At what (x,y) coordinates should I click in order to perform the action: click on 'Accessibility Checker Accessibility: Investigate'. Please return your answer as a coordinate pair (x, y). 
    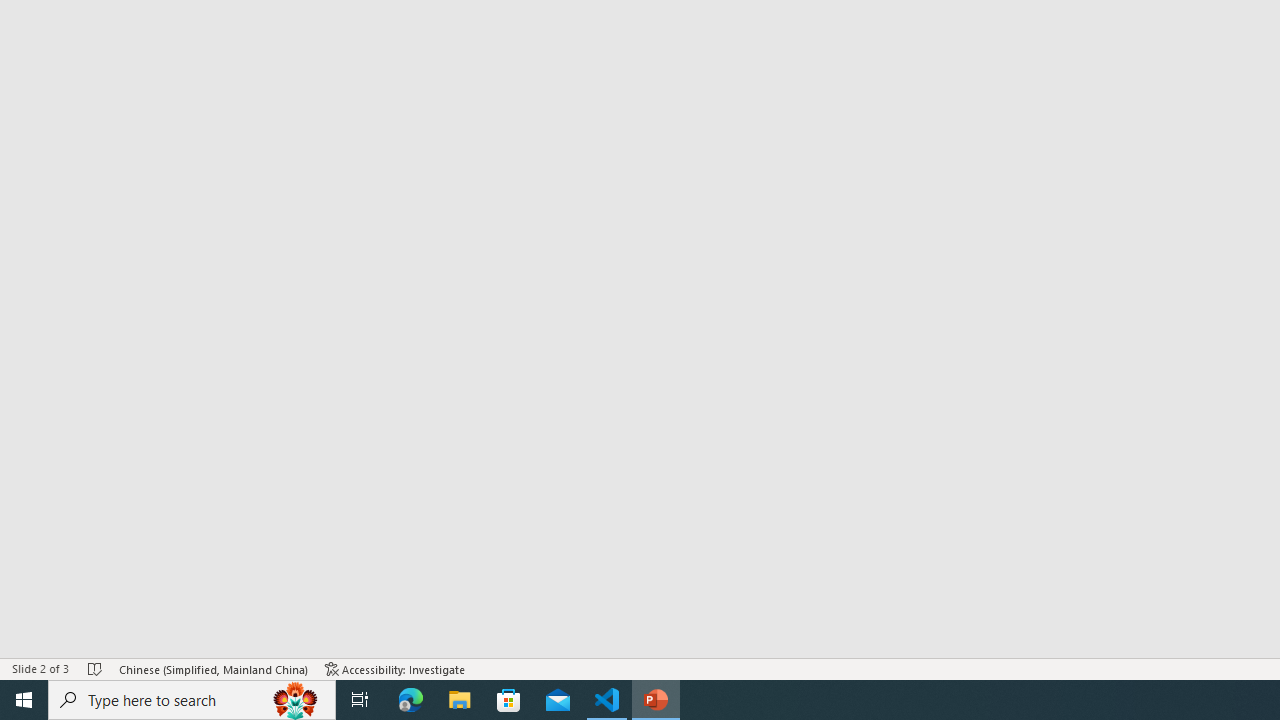
    Looking at the image, I should click on (395, 669).